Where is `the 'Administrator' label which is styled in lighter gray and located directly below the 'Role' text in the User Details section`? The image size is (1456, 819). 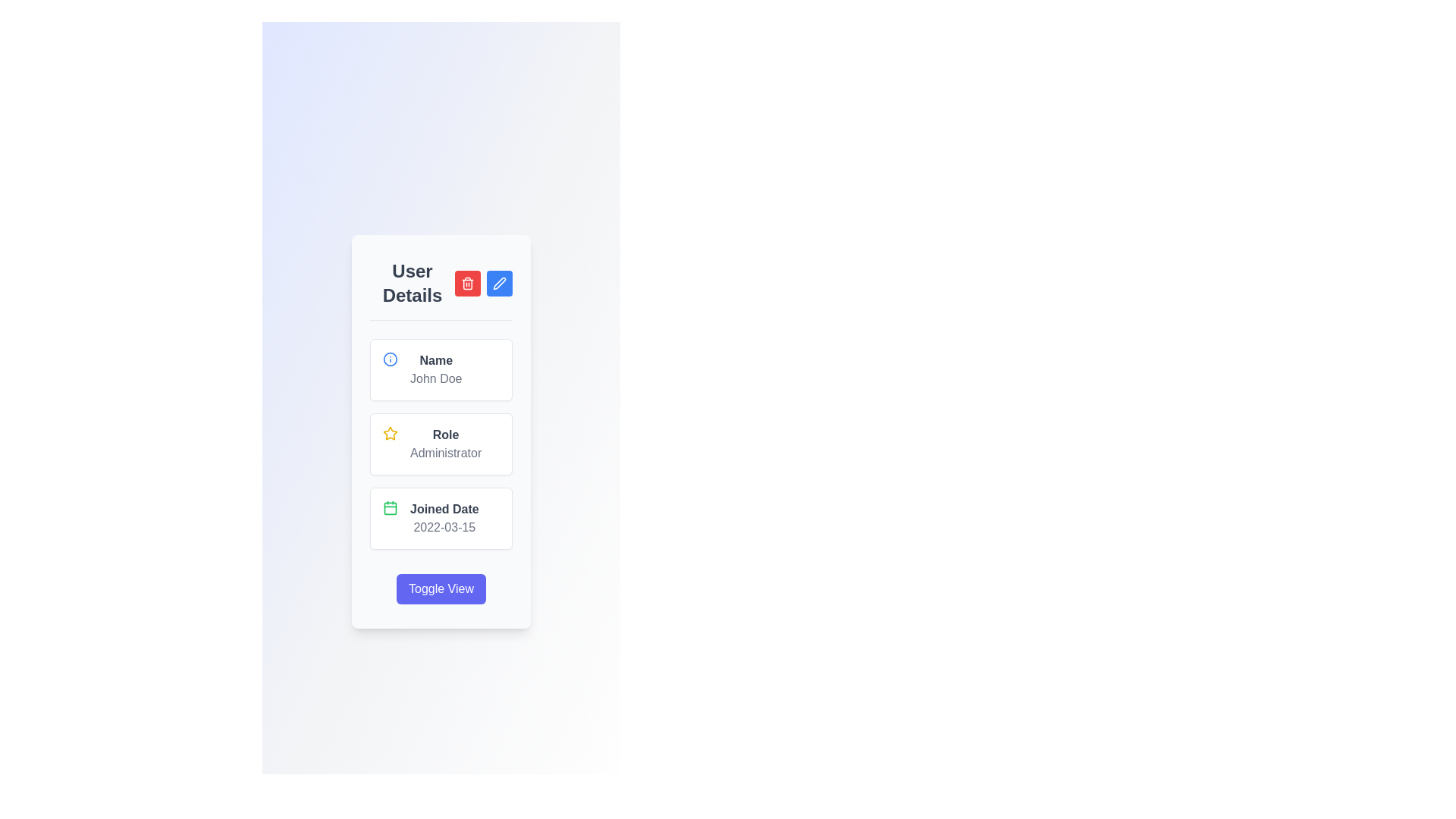 the 'Administrator' label which is styled in lighter gray and located directly below the 'Role' text in the User Details section is located at coordinates (445, 452).